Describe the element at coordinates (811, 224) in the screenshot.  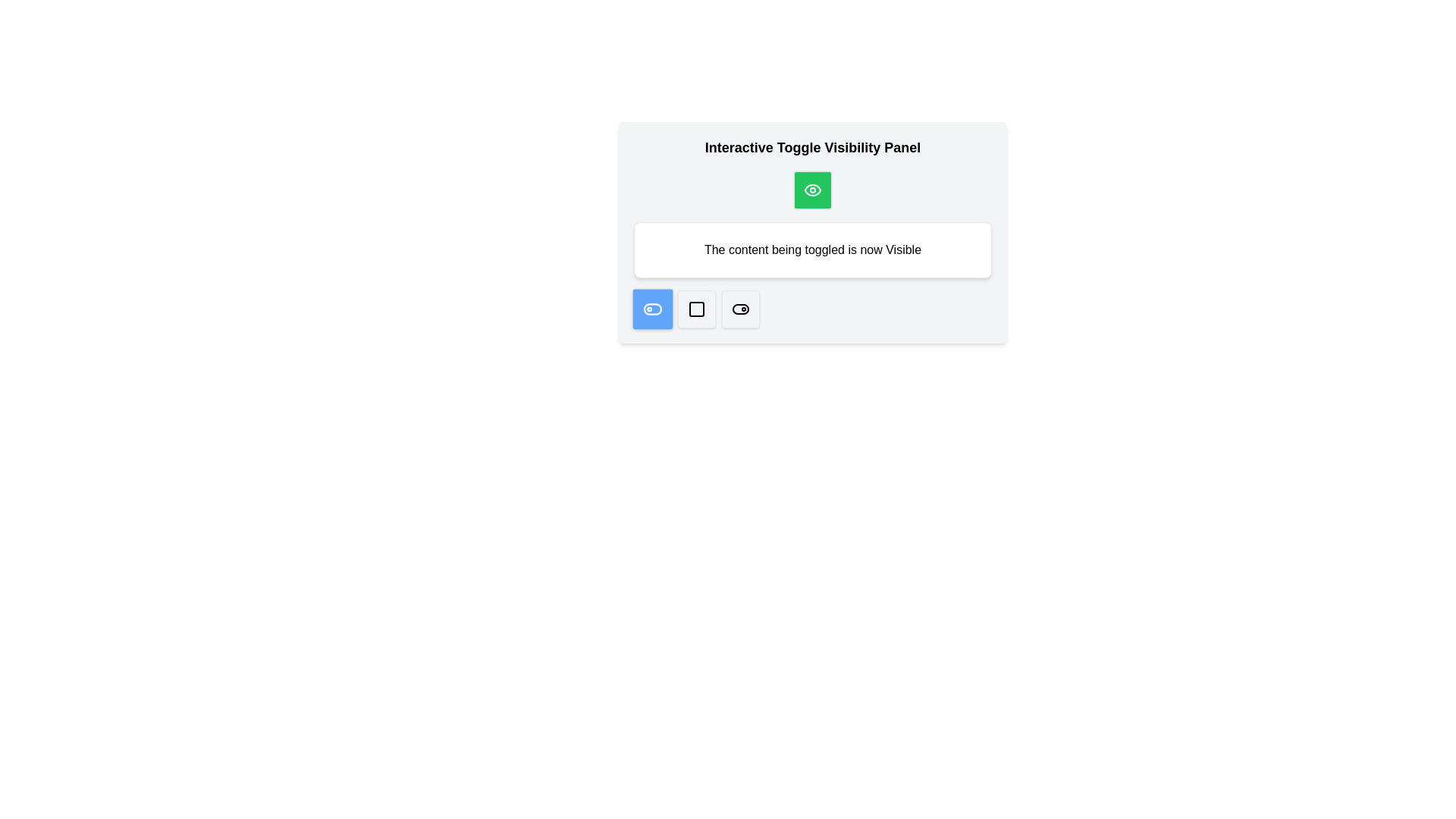
I see `the message panel displaying 'The content being toggled is now Visible', which has a white background and rounded corners` at that location.